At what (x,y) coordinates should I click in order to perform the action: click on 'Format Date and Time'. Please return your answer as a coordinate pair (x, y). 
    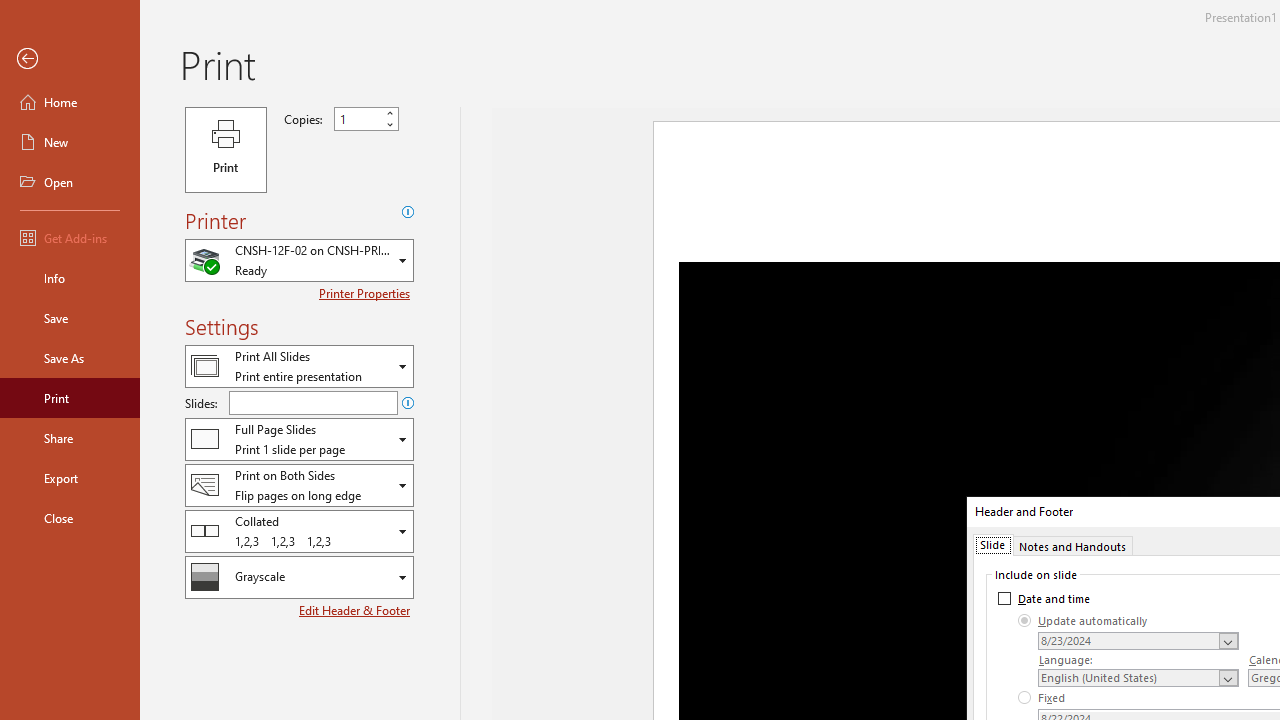
    Looking at the image, I should click on (1138, 641).